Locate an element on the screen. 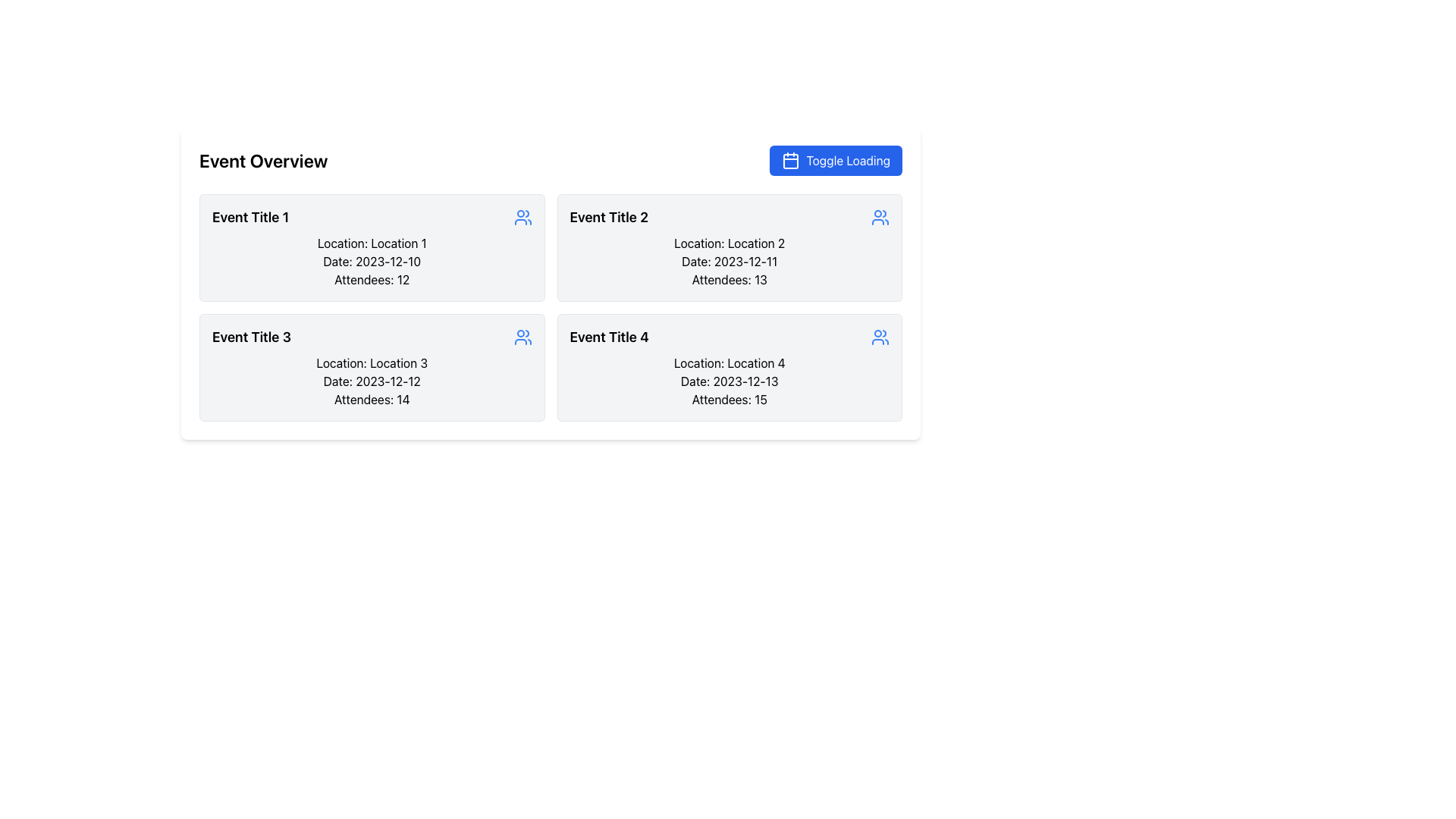 The width and height of the screenshot is (1456, 819). text label displaying 'Event Title 2', which is a bold and larger font element located in the upper portion of the second column card layout is located at coordinates (609, 217).